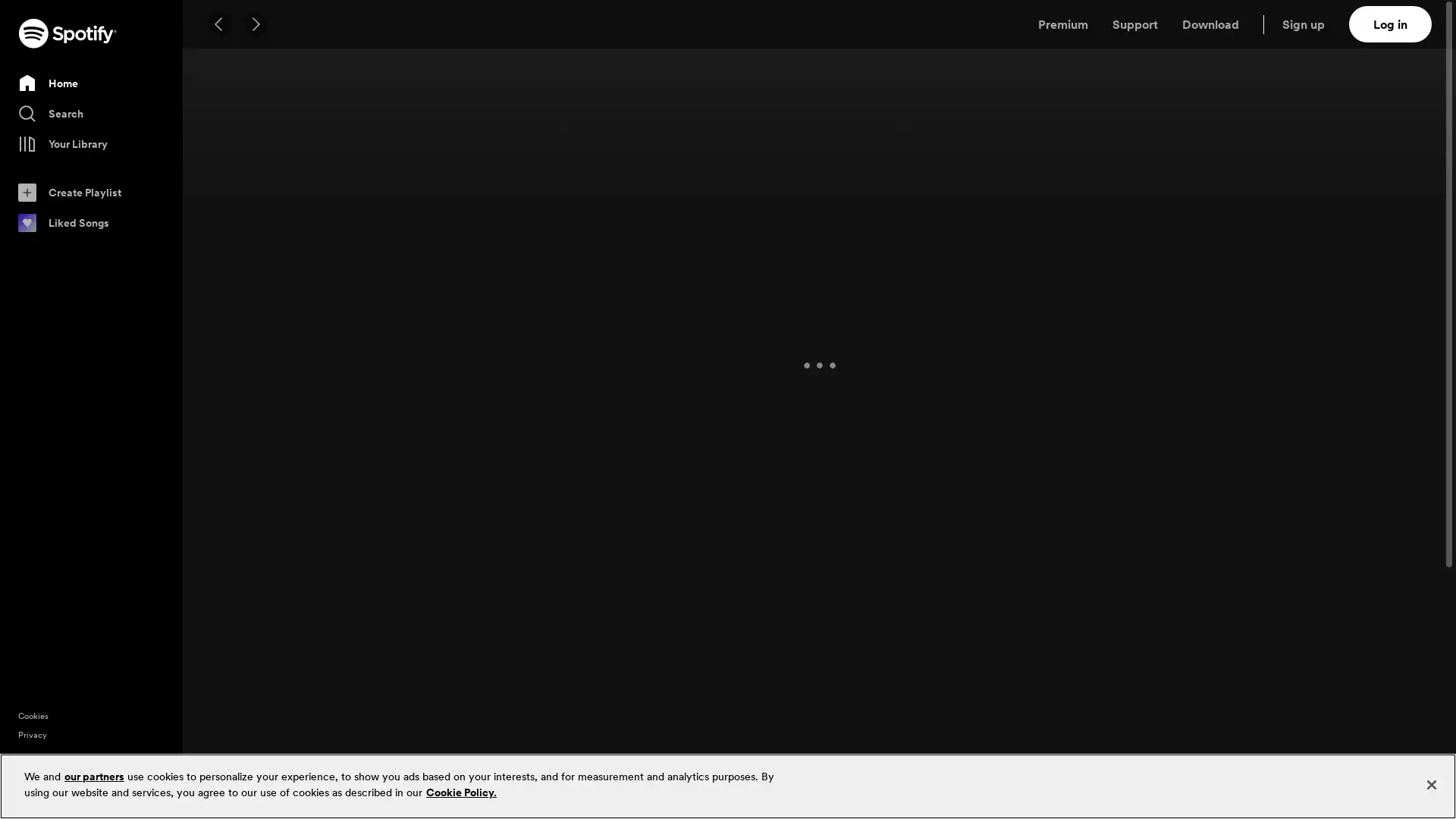 The height and width of the screenshot is (819, 1456). What do you see at coordinates (1240, 485) in the screenshot?
I see `Play chill lofi study beats` at bounding box center [1240, 485].